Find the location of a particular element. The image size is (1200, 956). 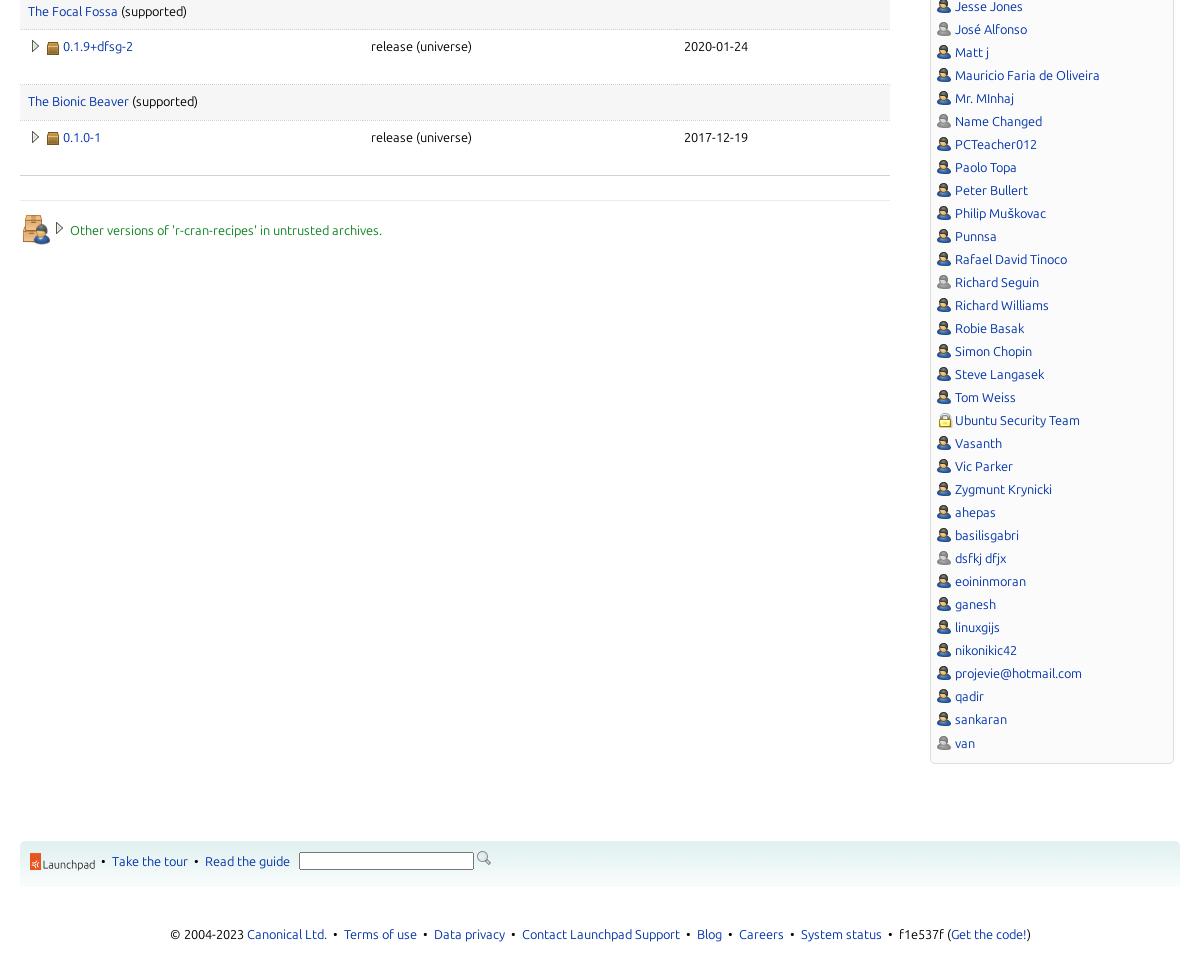

'nikonikic42' is located at coordinates (986, 649).